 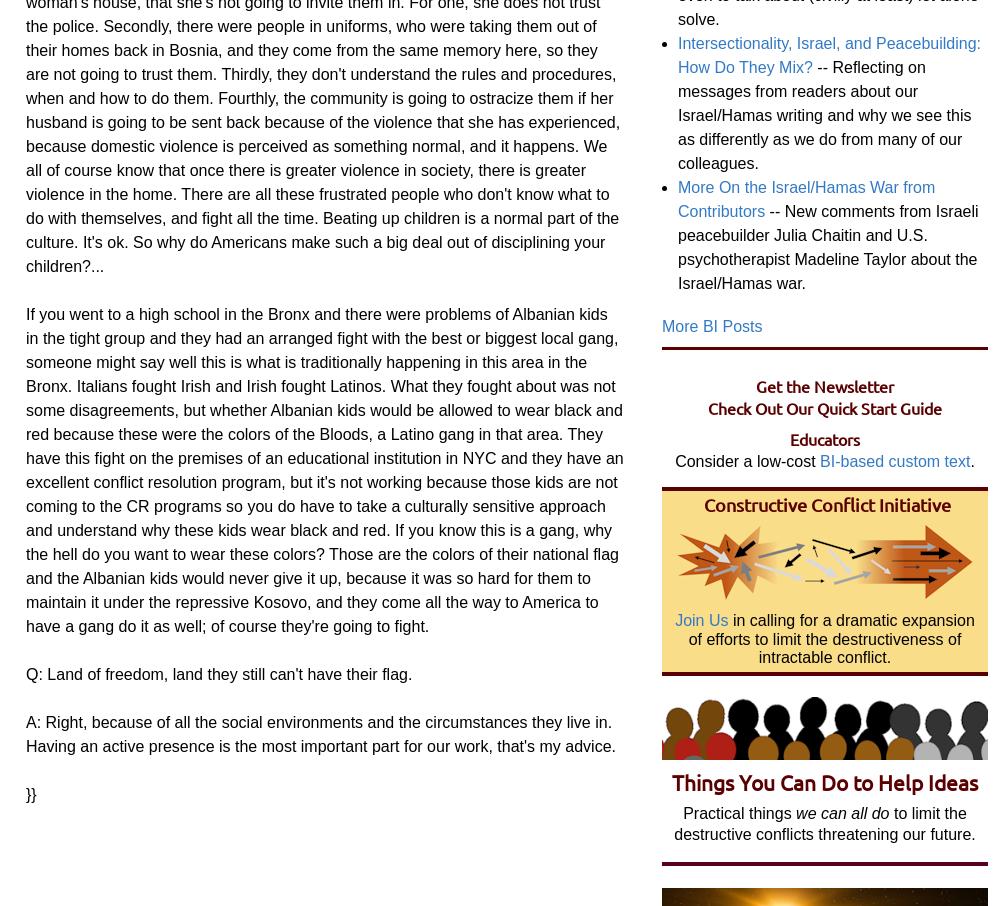 What do you see at coordinates (31, 794) in the screenshot?
I see `'}}'` at bounding box center [31, 794].